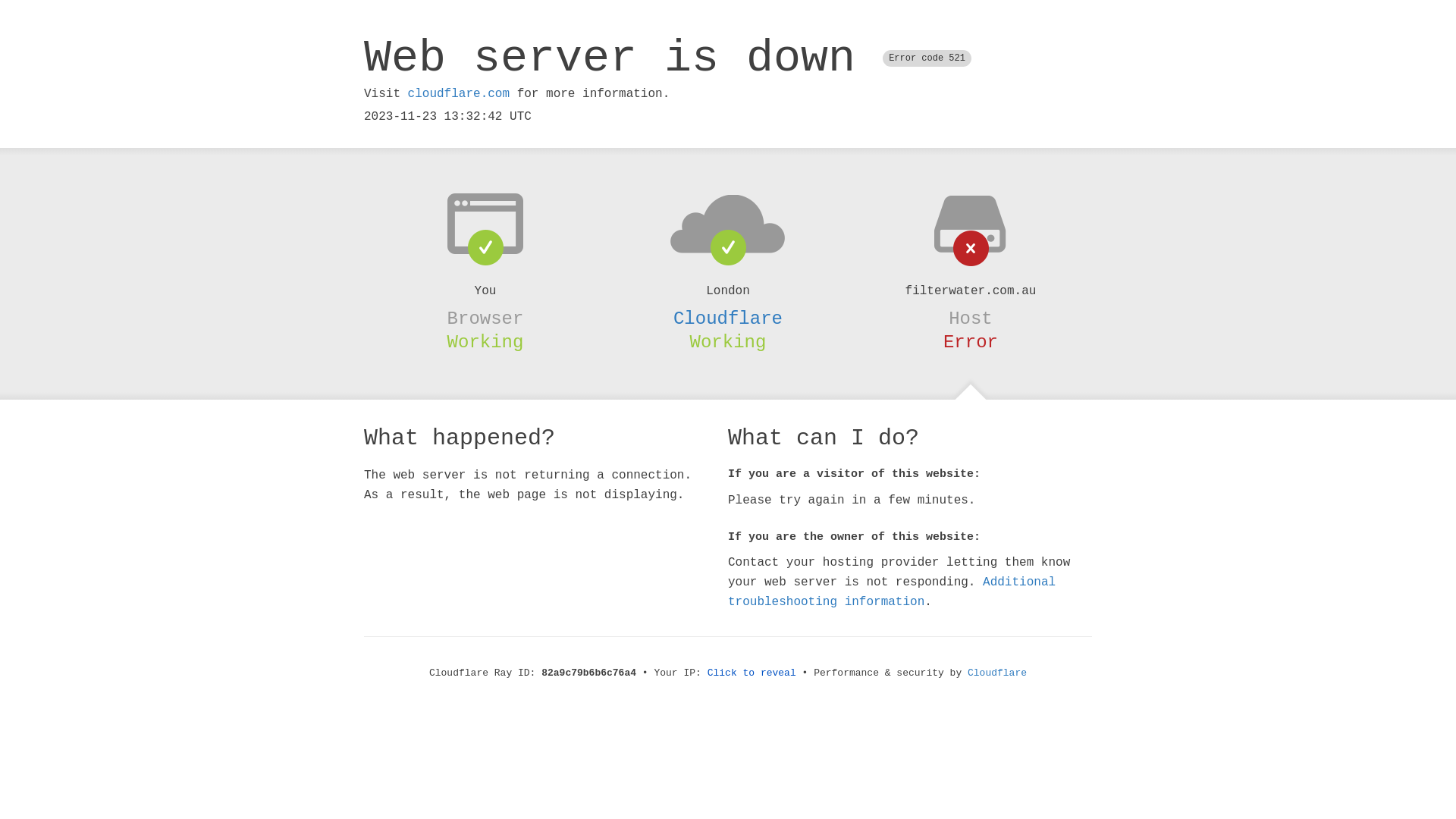 This screenshot has height=819, width=1456. Describe the element at coordinates (407, 93) in the screenshot. I see `'cloudflare.com'` at that location.